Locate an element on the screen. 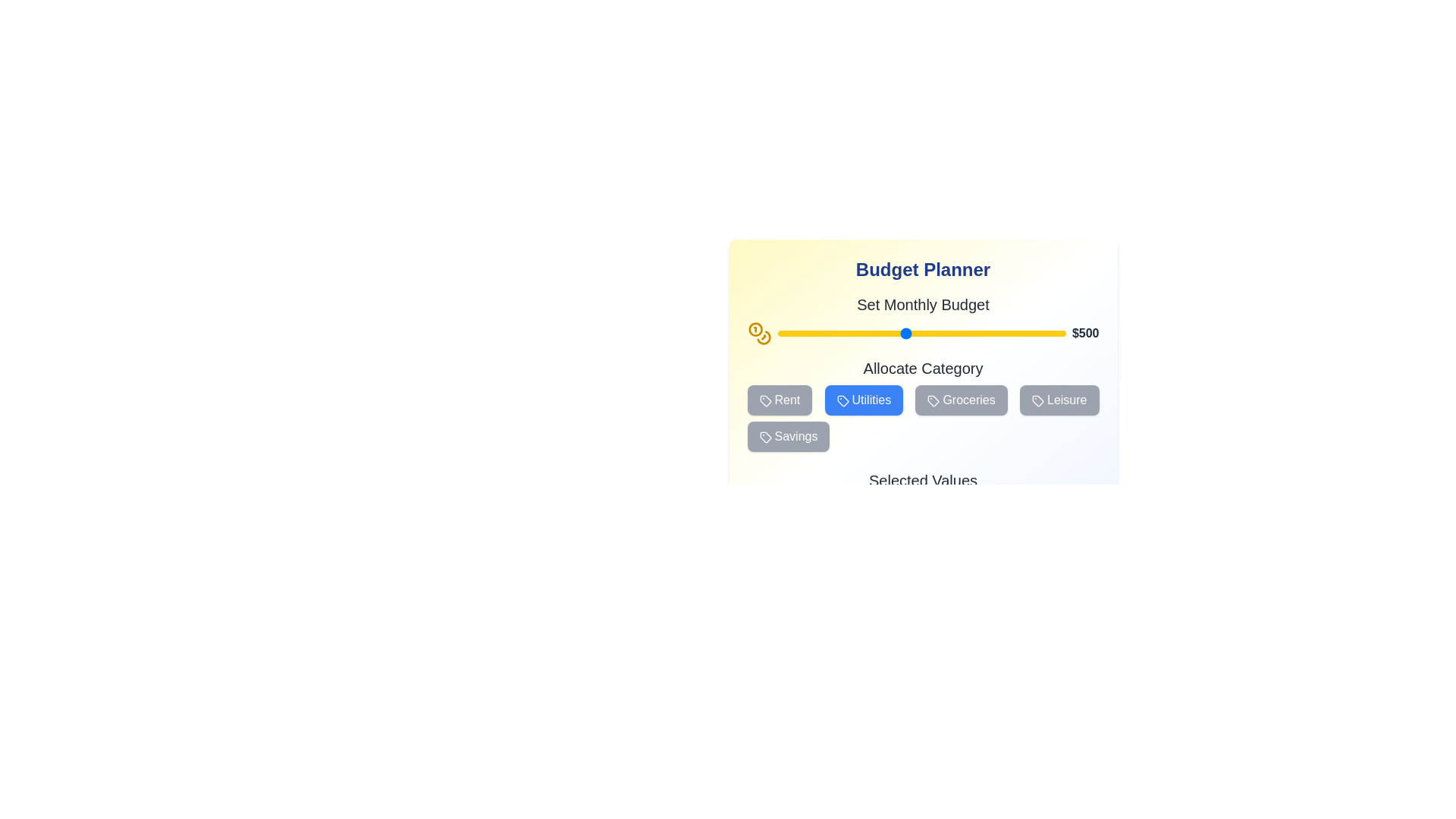 The image size is (1456, 819). the 'Leisure' button located in the 'Allocate Category' section, which is the fourth button from the left is located at coordinates (1058, 400).